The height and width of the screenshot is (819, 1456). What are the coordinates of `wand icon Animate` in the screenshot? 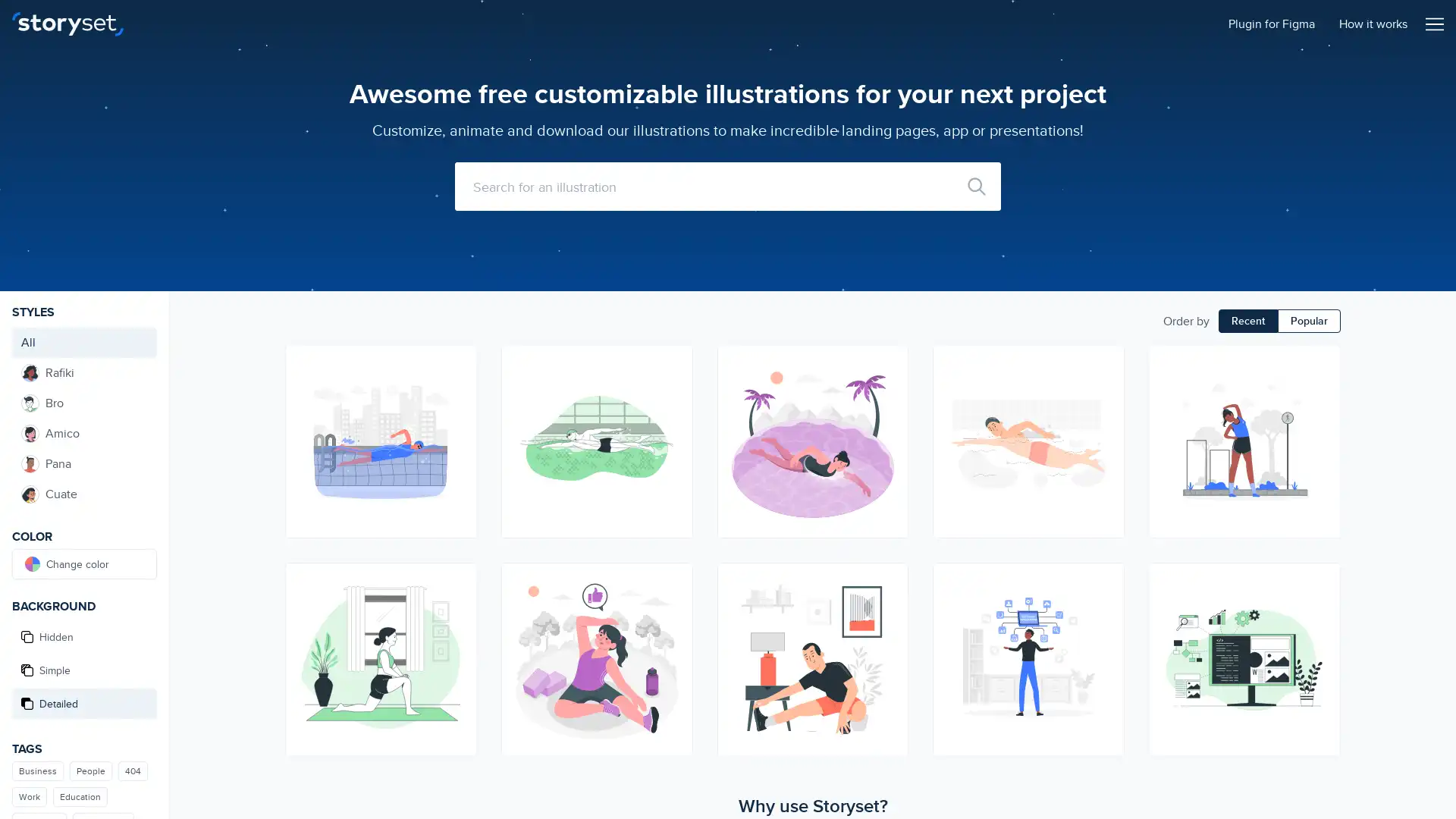 It's located at (673, 363).